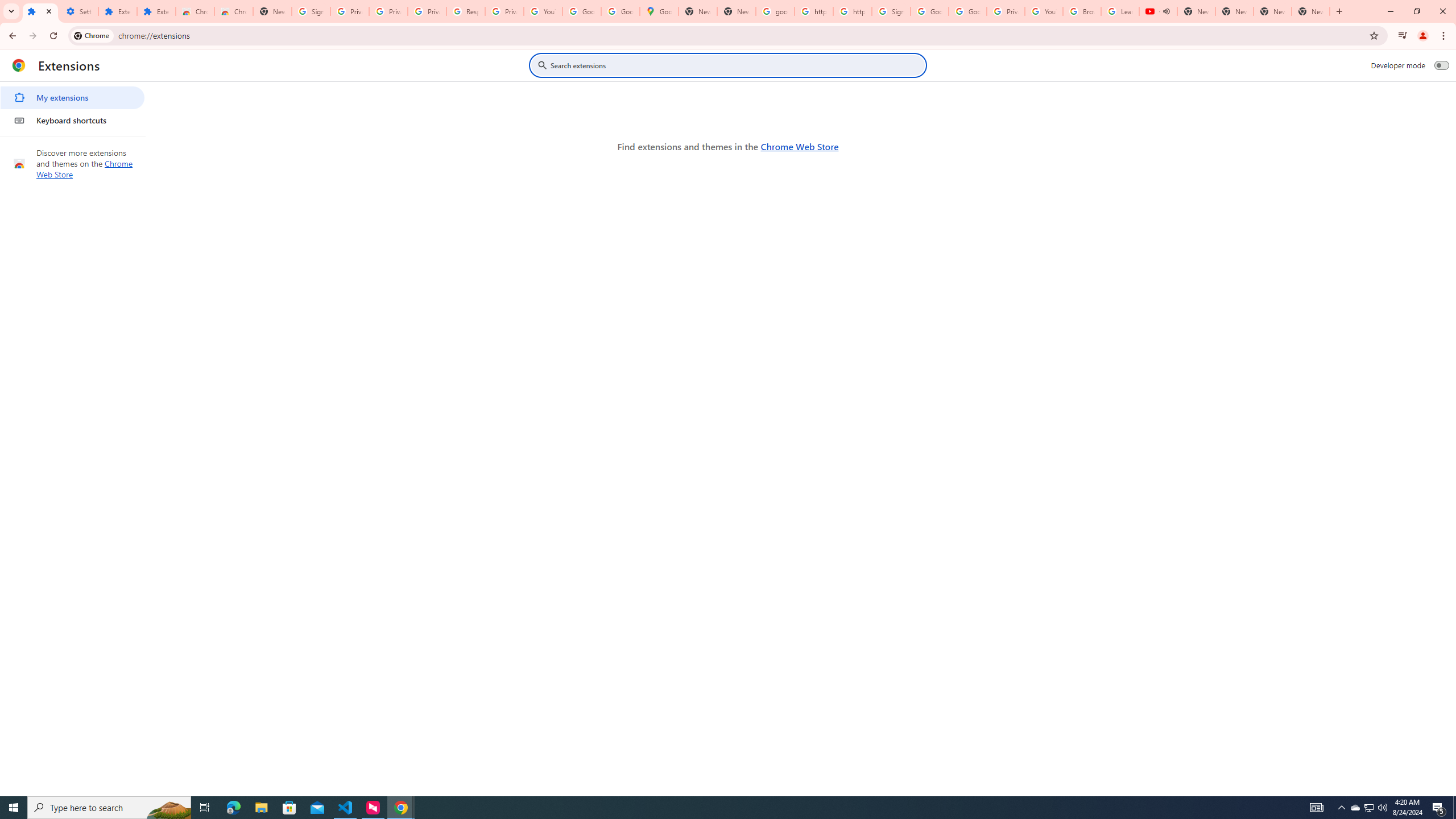  I want to click on 'New Tab', so click(1310, 11).